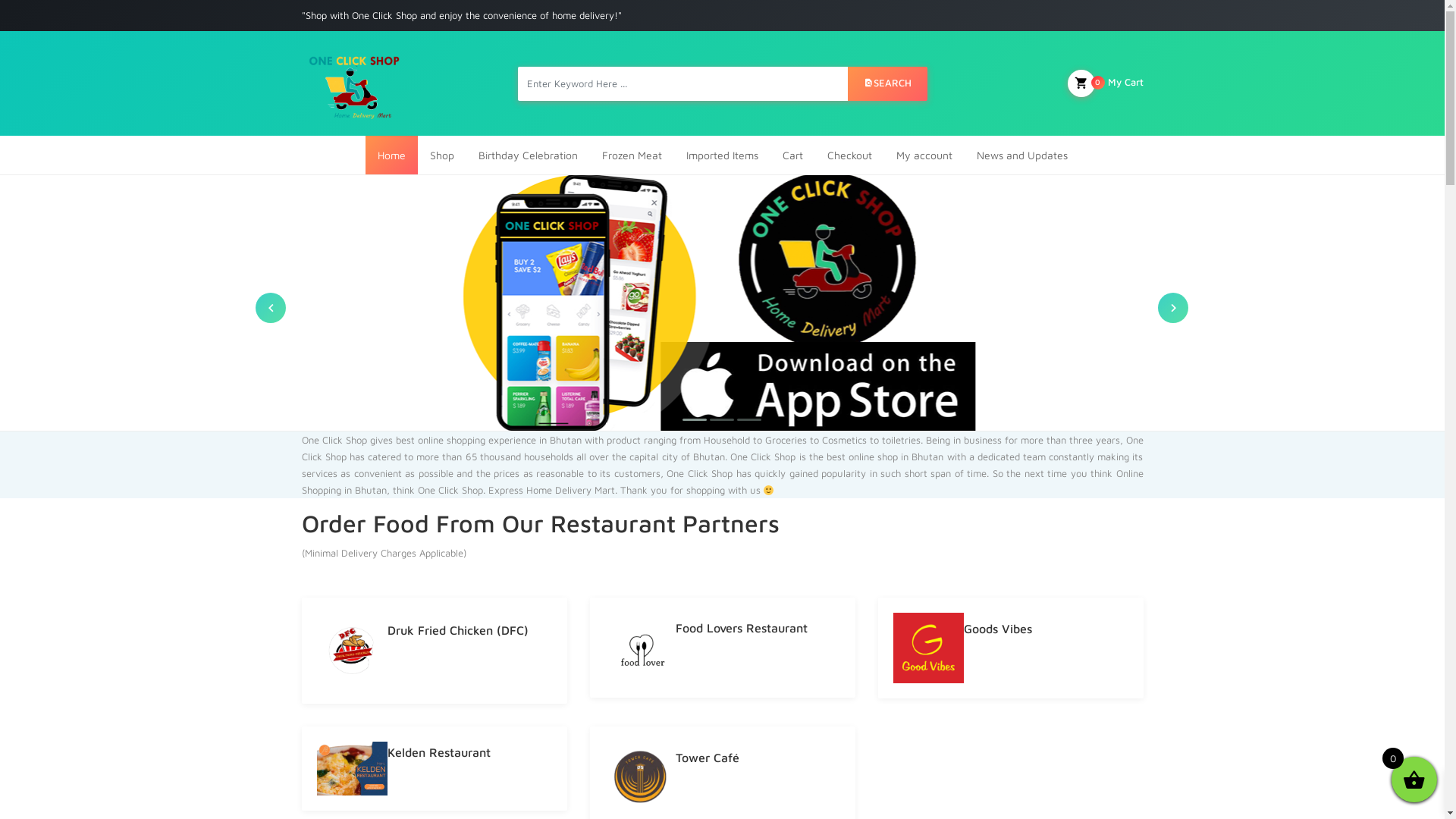  I want to click on 'largest and best online shop in Bhutan', so click(358, 83).